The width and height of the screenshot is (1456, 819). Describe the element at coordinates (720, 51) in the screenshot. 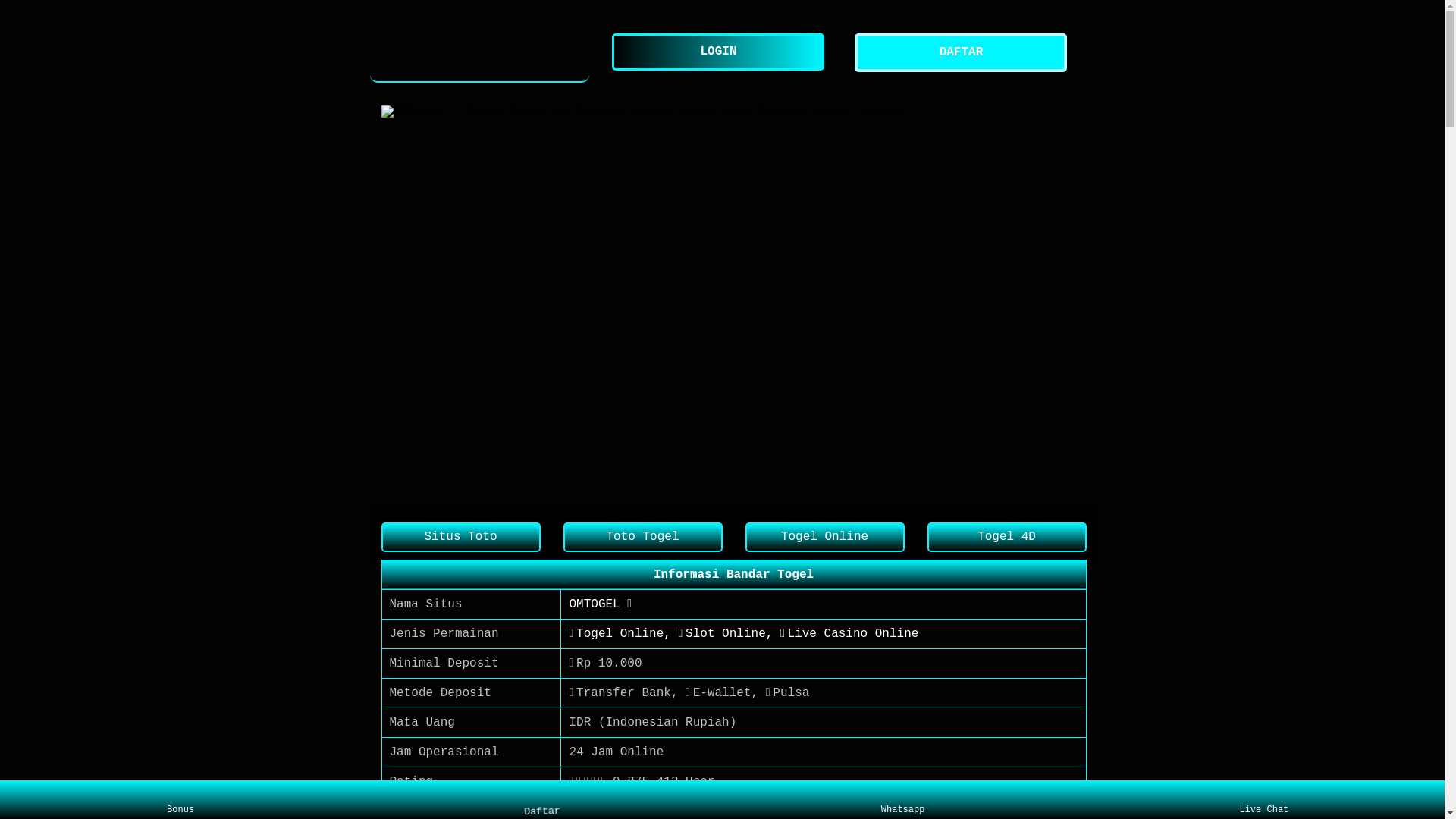

I see `'LOGIN'` at that location.